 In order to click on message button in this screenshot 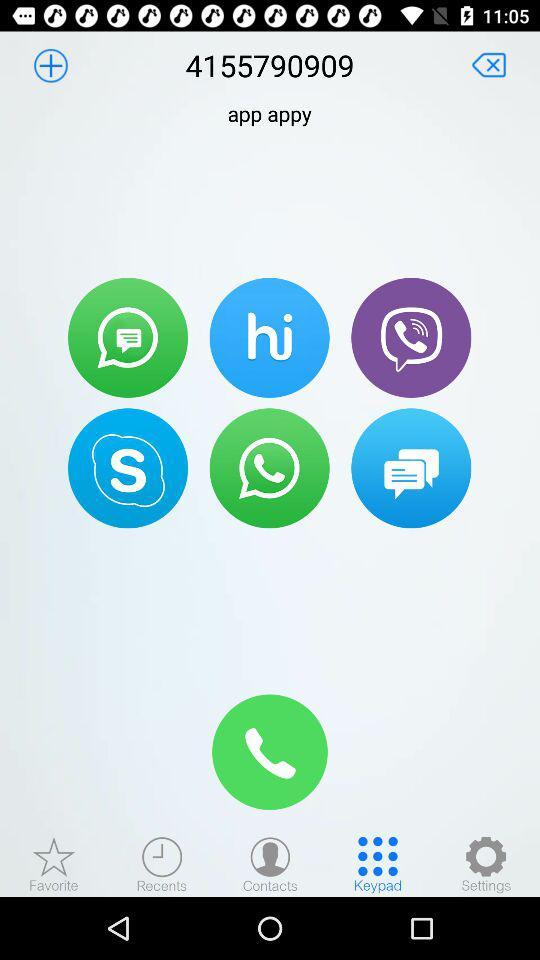, I will do `click(410, 468)`.